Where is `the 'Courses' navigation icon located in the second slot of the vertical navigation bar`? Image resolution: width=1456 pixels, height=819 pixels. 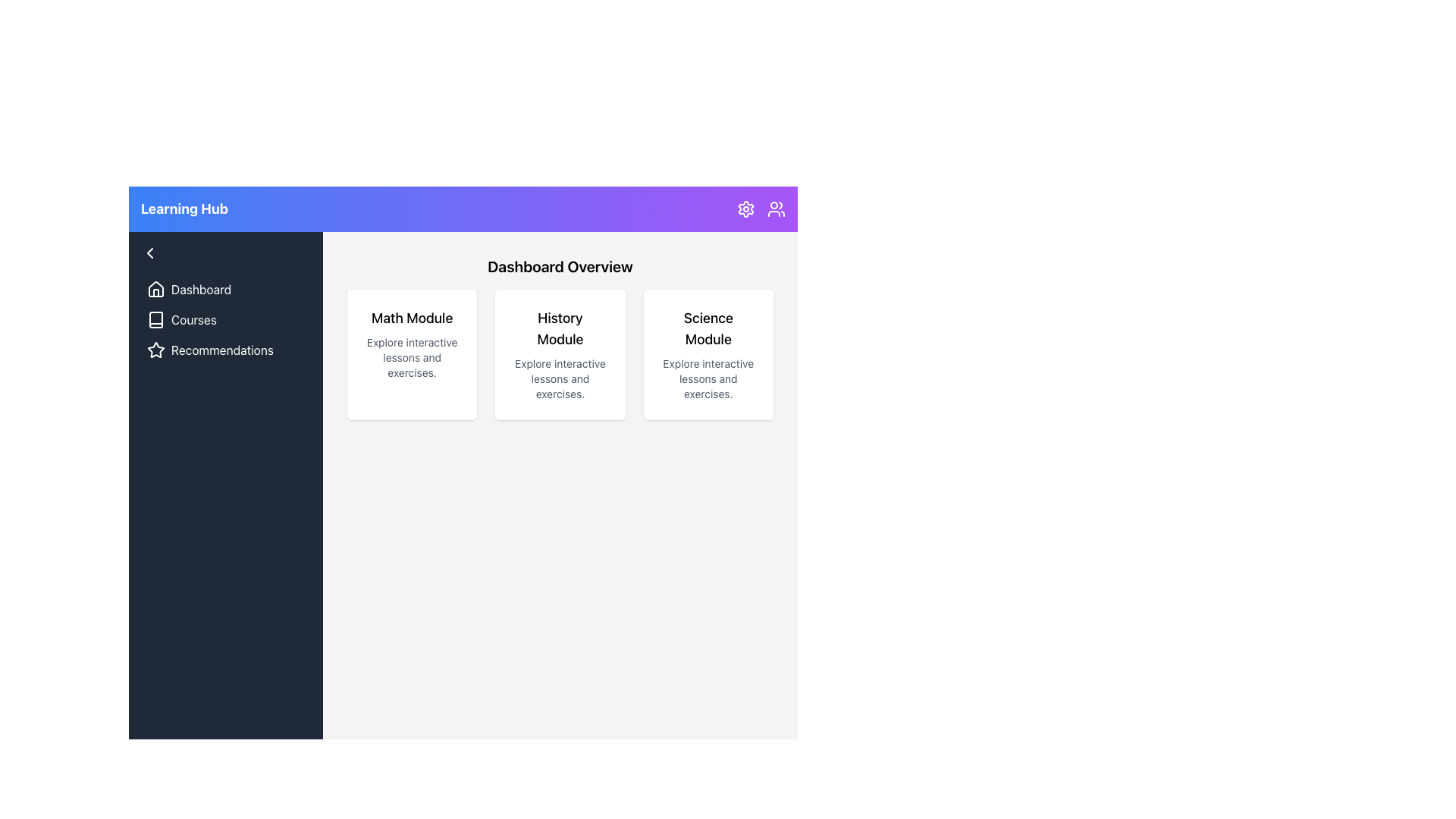 the 'Courses' navigation icon located in the second slot of the vertical navigation bar is located at coordinates (156, 318).